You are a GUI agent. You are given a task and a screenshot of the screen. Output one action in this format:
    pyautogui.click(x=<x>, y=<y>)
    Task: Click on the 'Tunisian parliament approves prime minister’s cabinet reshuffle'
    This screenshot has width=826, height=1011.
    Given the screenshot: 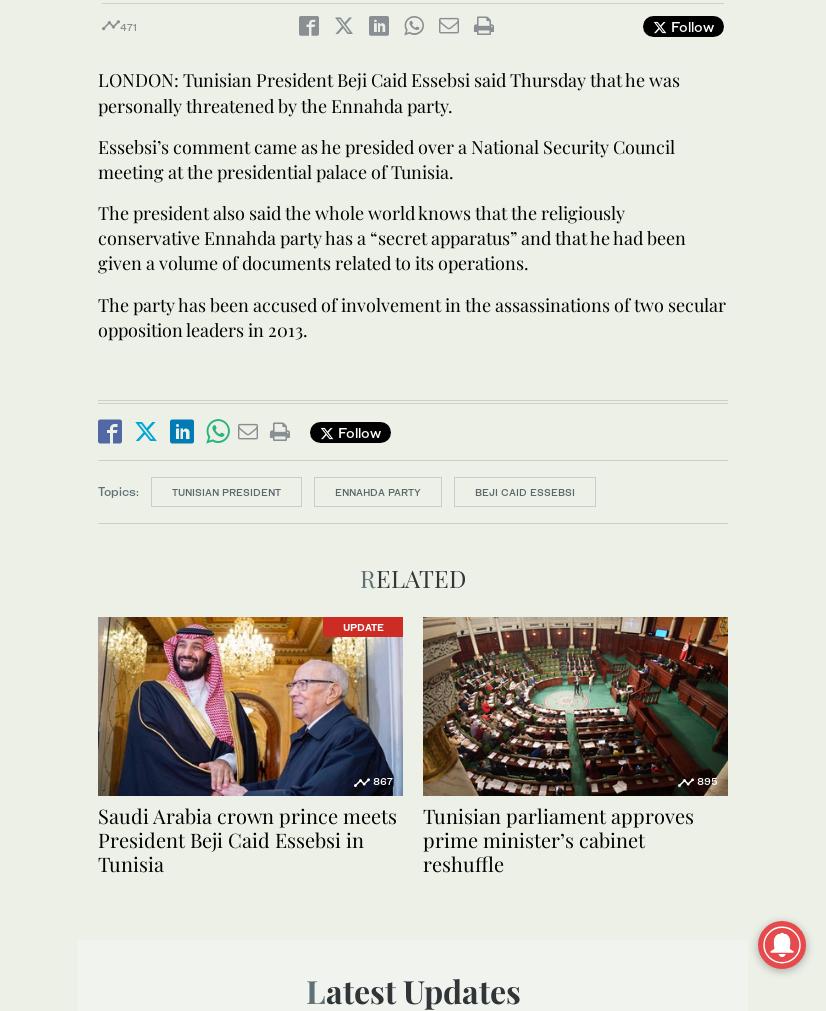 What is the action you would take?
    pyautogui.click(x=558, y=838)
    